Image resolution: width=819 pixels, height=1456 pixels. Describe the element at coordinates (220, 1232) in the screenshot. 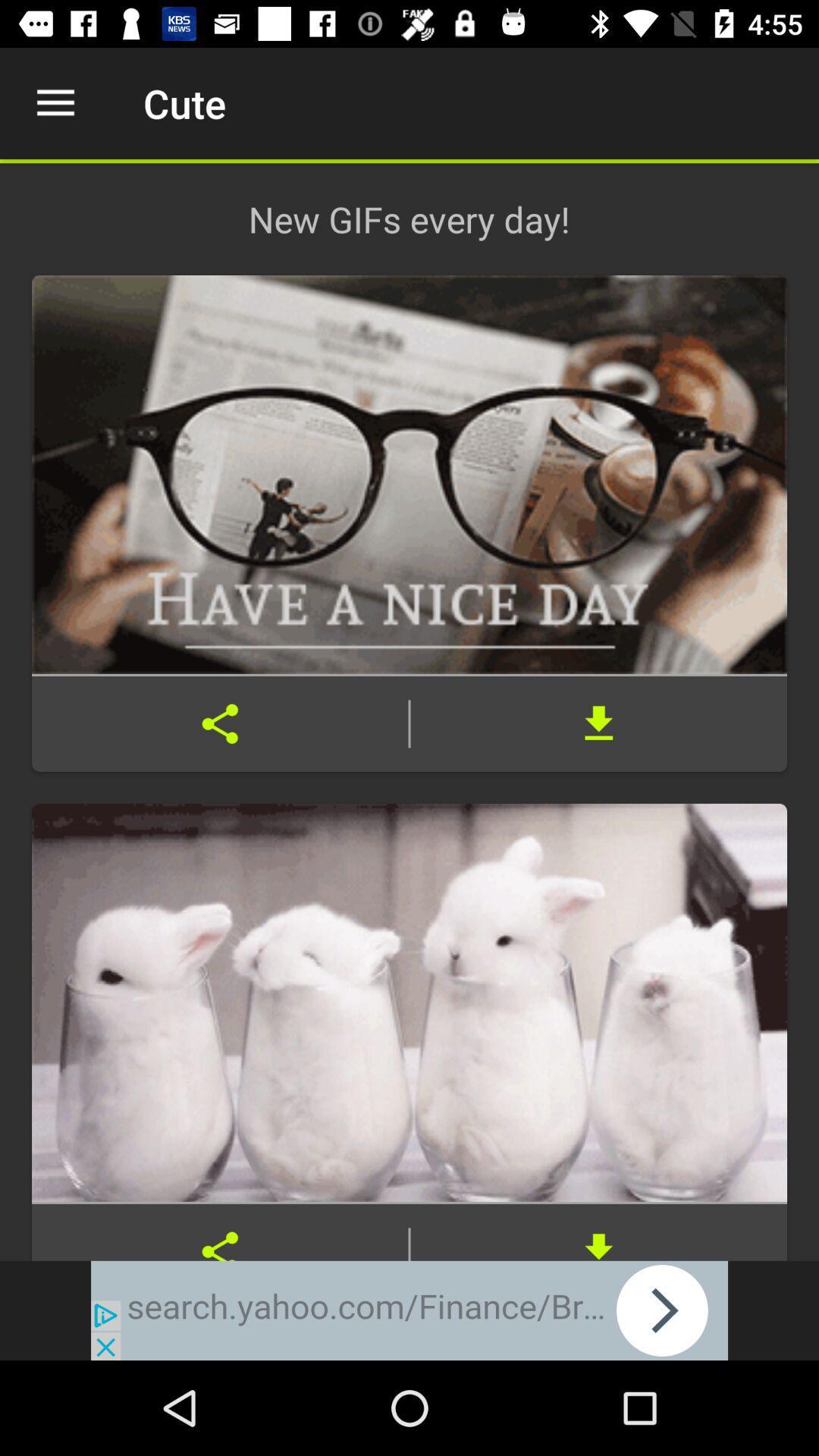

I see `share the article` at that location.